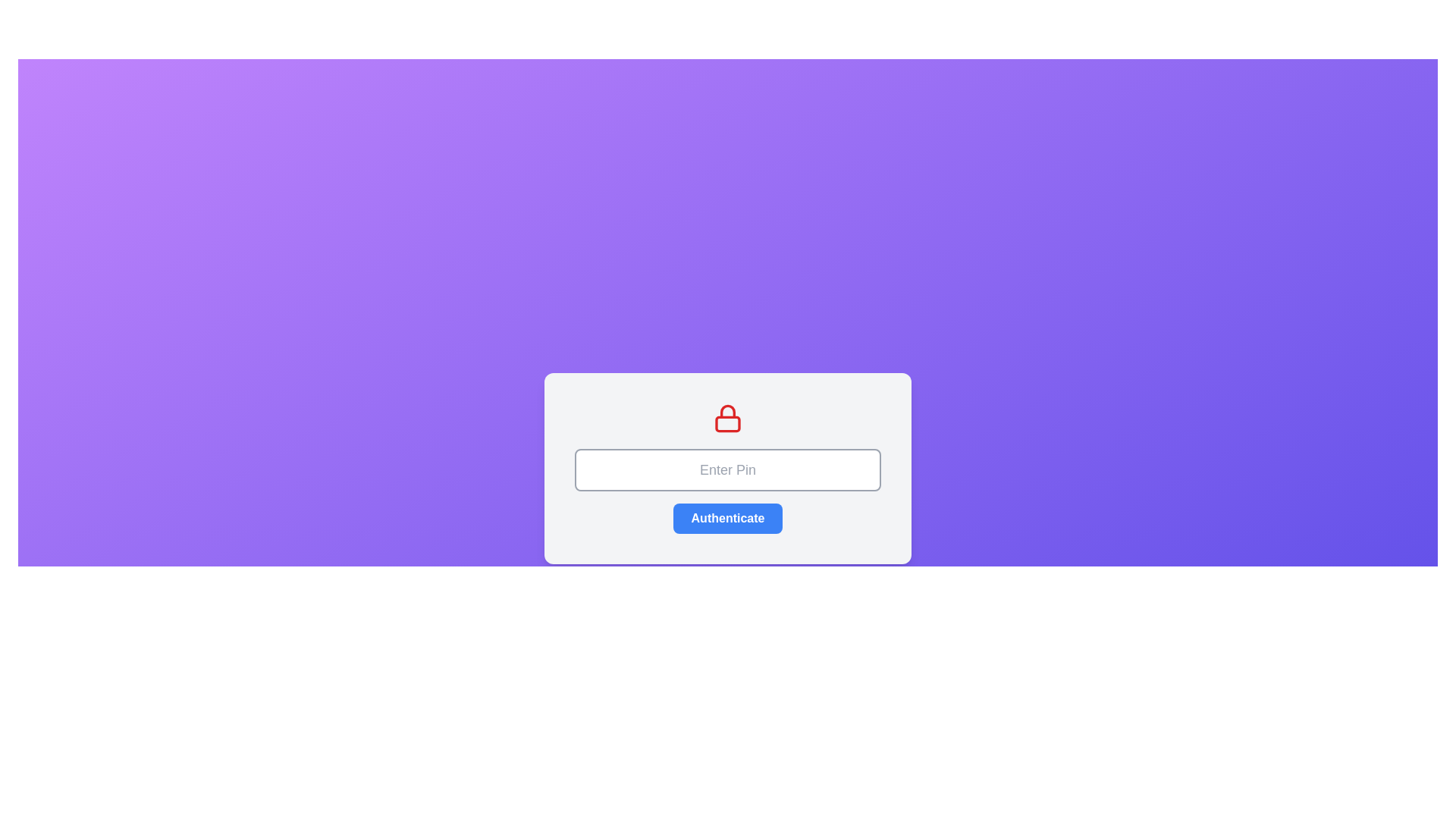 The height and width of the screenshot is (819, 1456). I want to click on the lower rectangular portion of the lock icon, which symbolizes security or authentication and is located above the text field in the center of the modal window, so click(728, 424).